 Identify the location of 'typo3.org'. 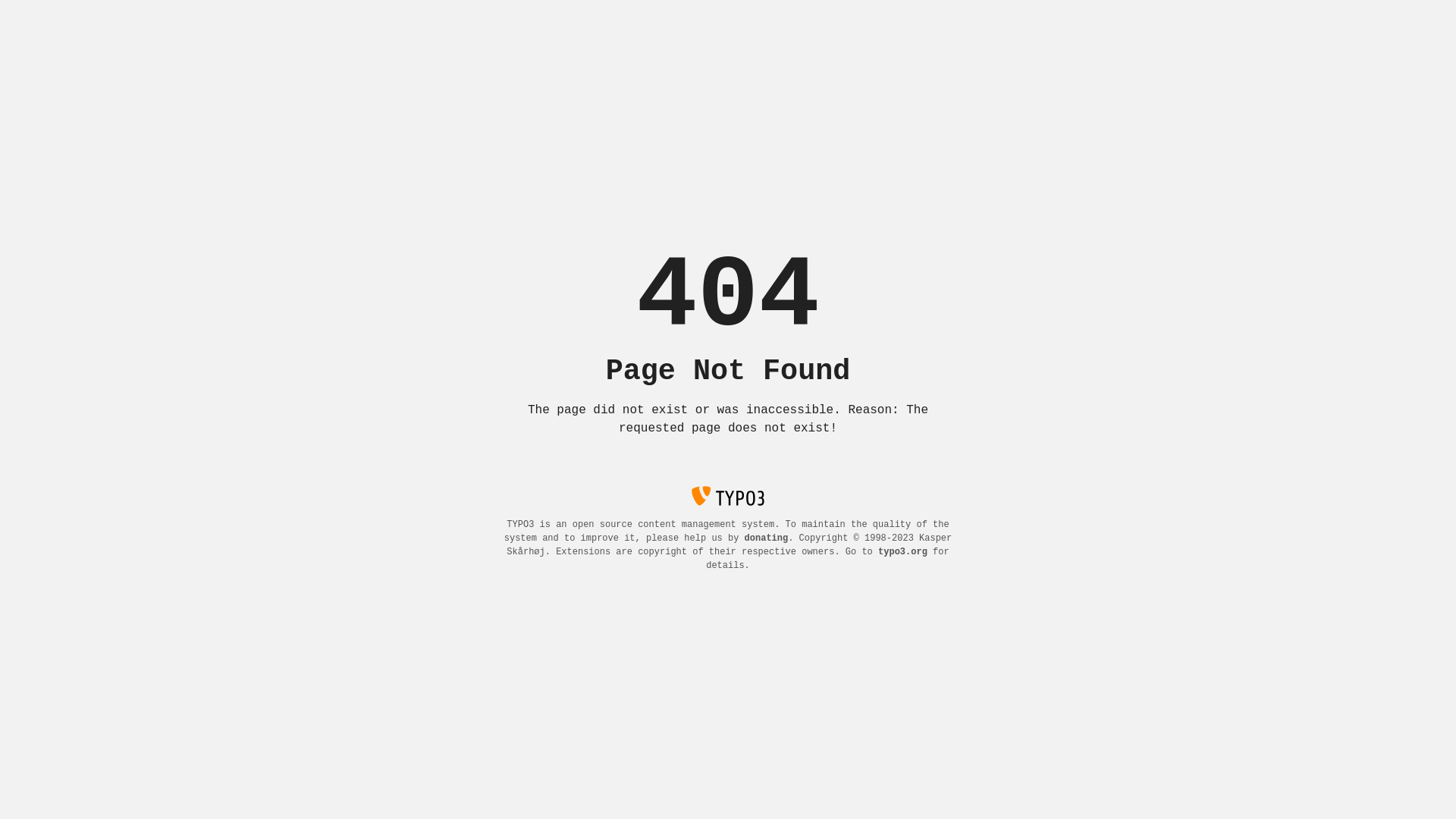
(902, 552).